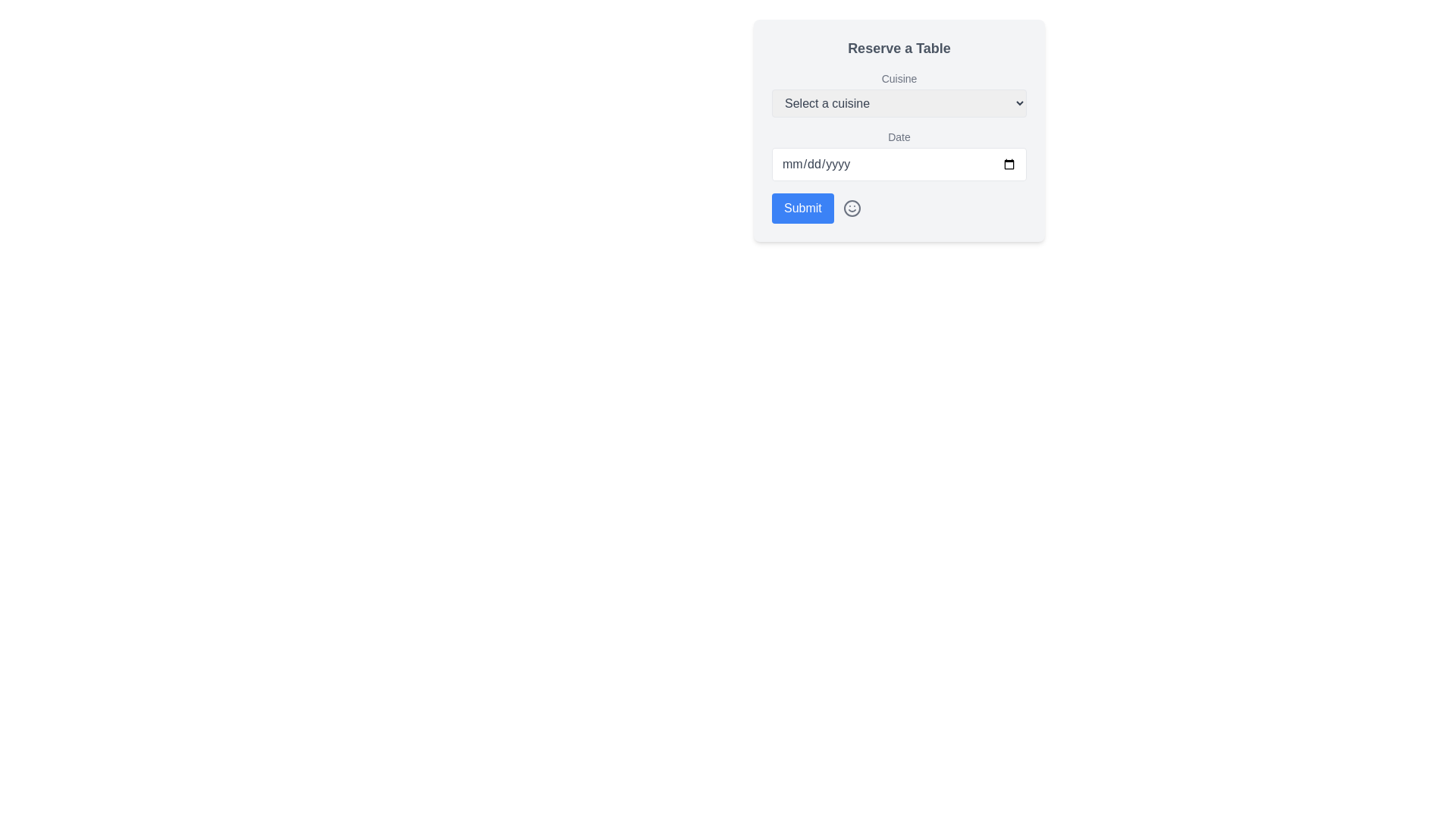  Describe the element at coordinates (899, 94) in the screenshot. I see `the dropdown arrow of the cuisine type selection menu located below the 'Reserve a Table' title and above the 'Date' section` at that location.